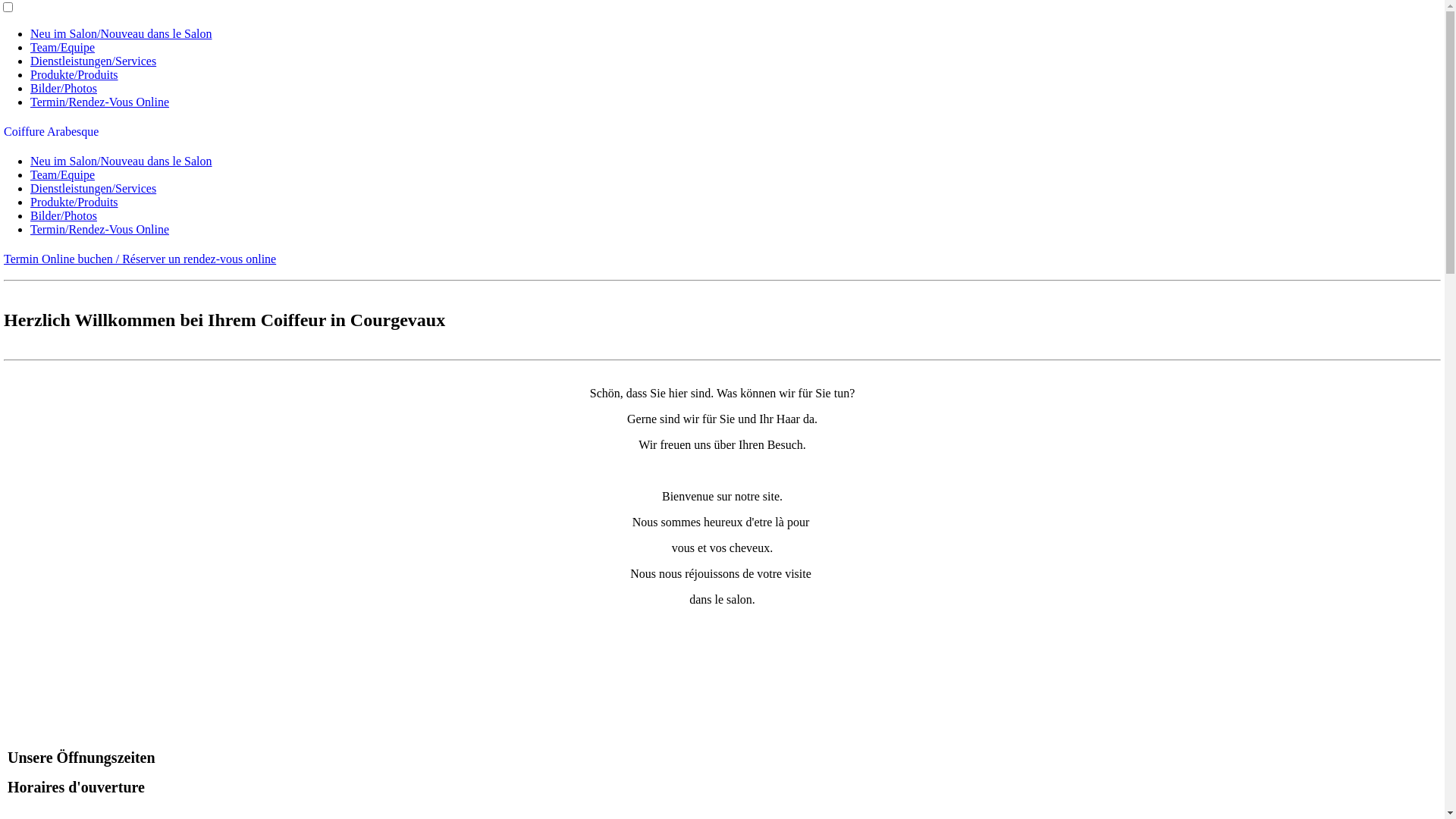 This screenshot has width=1456, height=819. What do you see at coordinates (99, 102) in the screenshot?
I see `'Termin/Rendez-Vous Online'` at bounding box center [99, 102].